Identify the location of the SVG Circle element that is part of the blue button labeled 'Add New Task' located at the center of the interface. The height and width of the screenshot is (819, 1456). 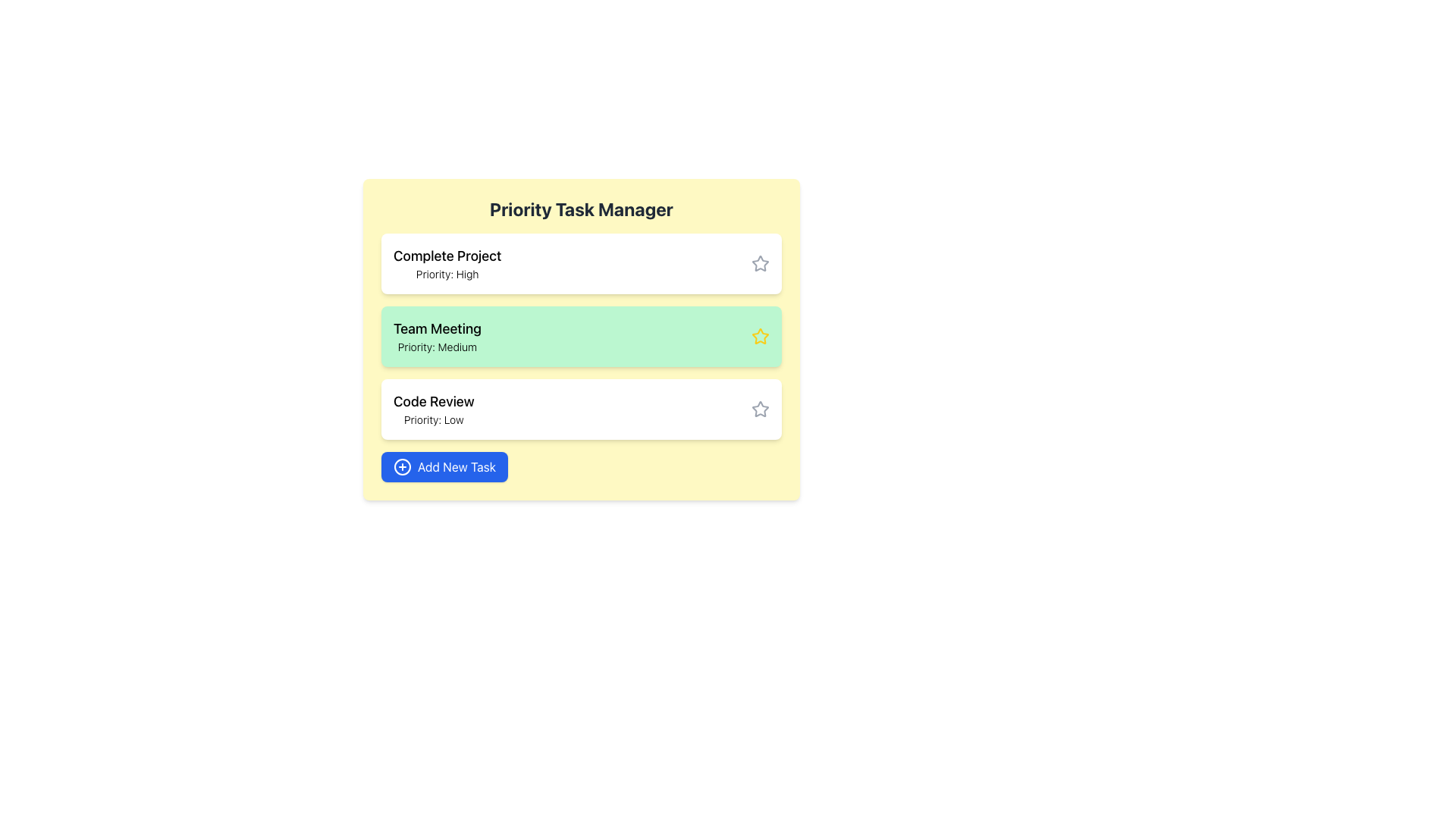
(403, 466).